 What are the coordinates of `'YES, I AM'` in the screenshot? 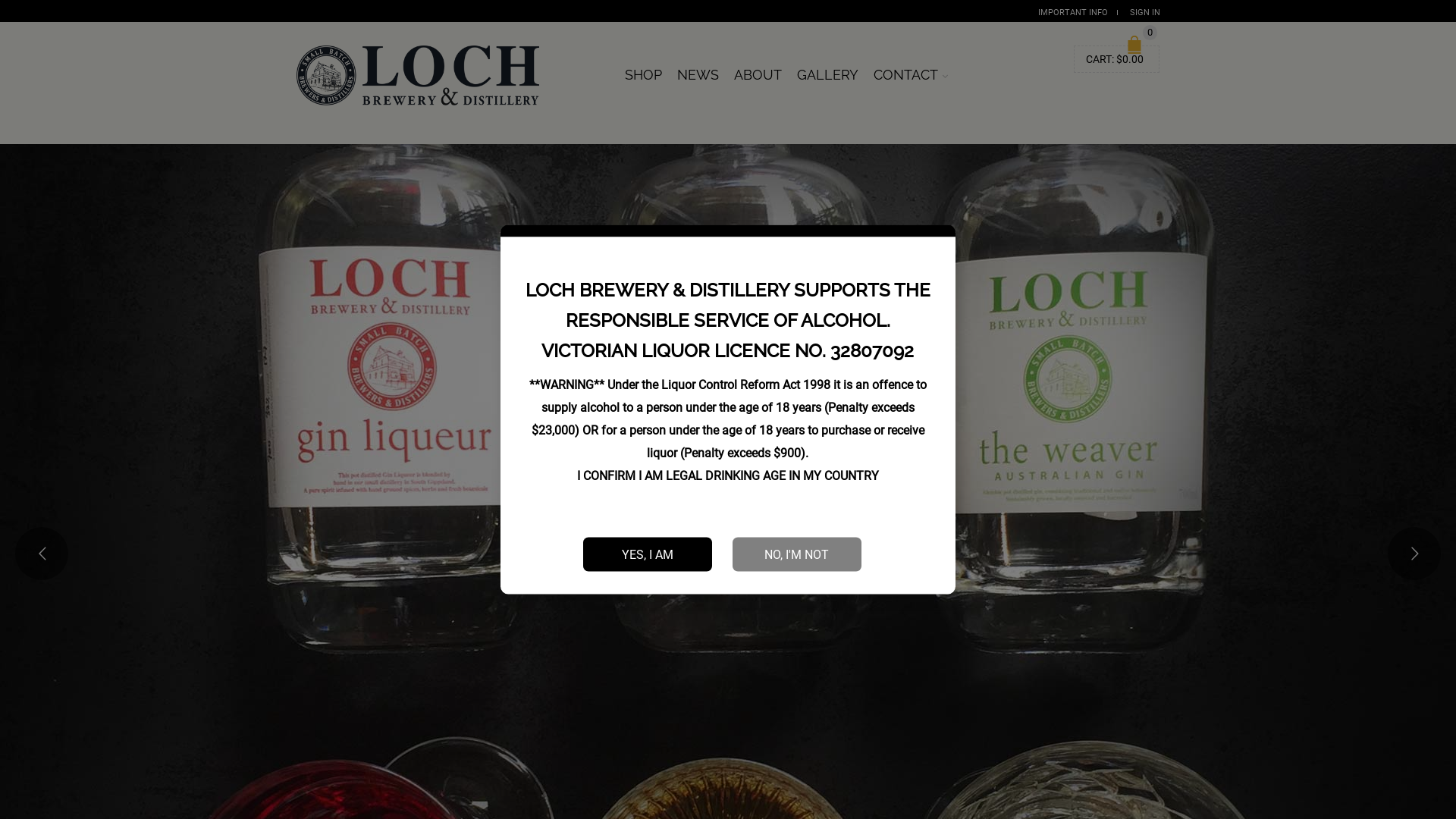 It's located at (648, 554).